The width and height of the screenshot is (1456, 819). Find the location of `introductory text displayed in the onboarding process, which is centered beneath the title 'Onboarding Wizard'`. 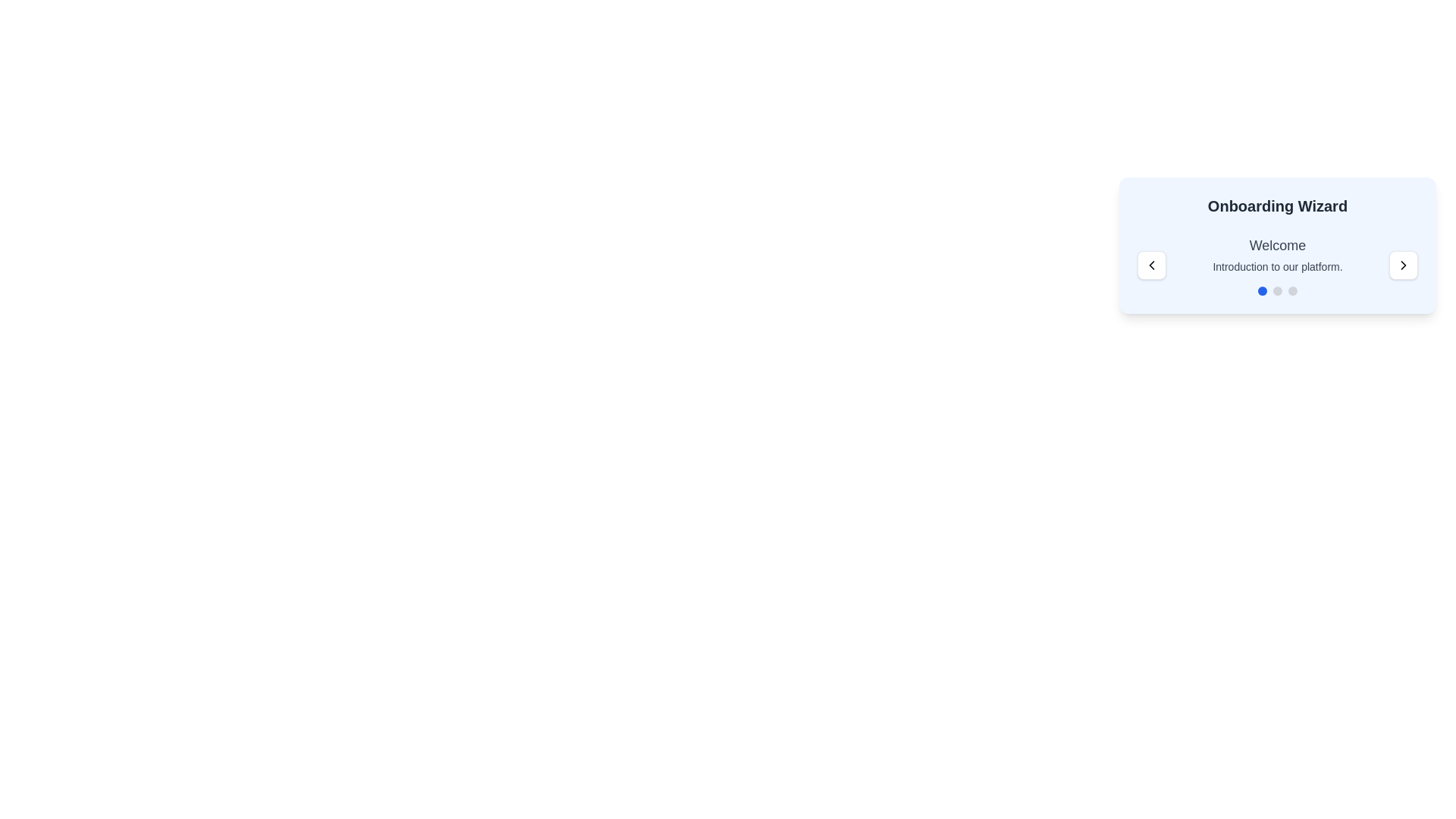

introductory text displayed in the onboarding process, which is centered beneath the title 'Onboarding Wizard' is located at coordinates (1276, 265).